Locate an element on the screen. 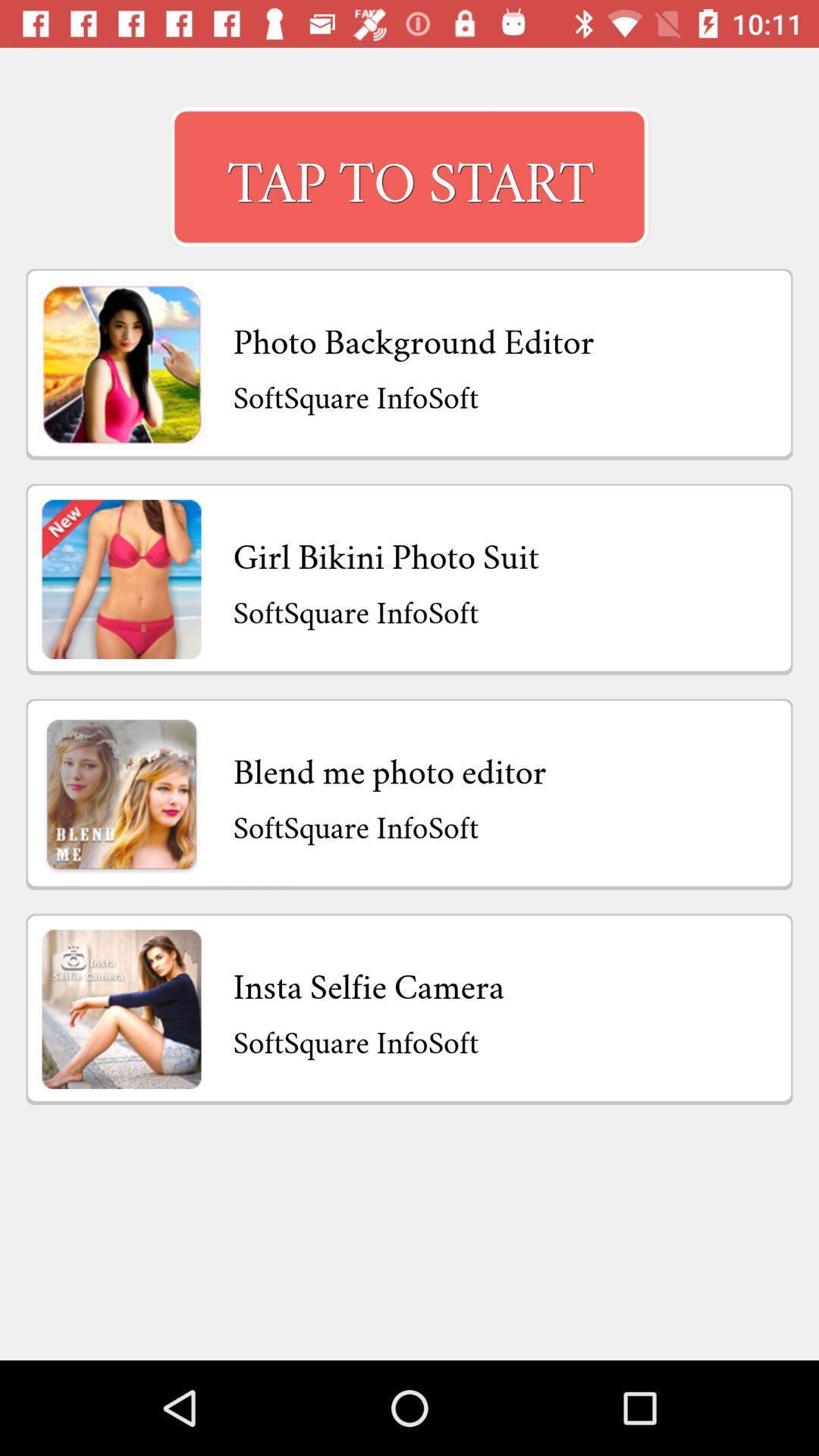  app below softsquare infosoft is located at coordinates (389, 767).